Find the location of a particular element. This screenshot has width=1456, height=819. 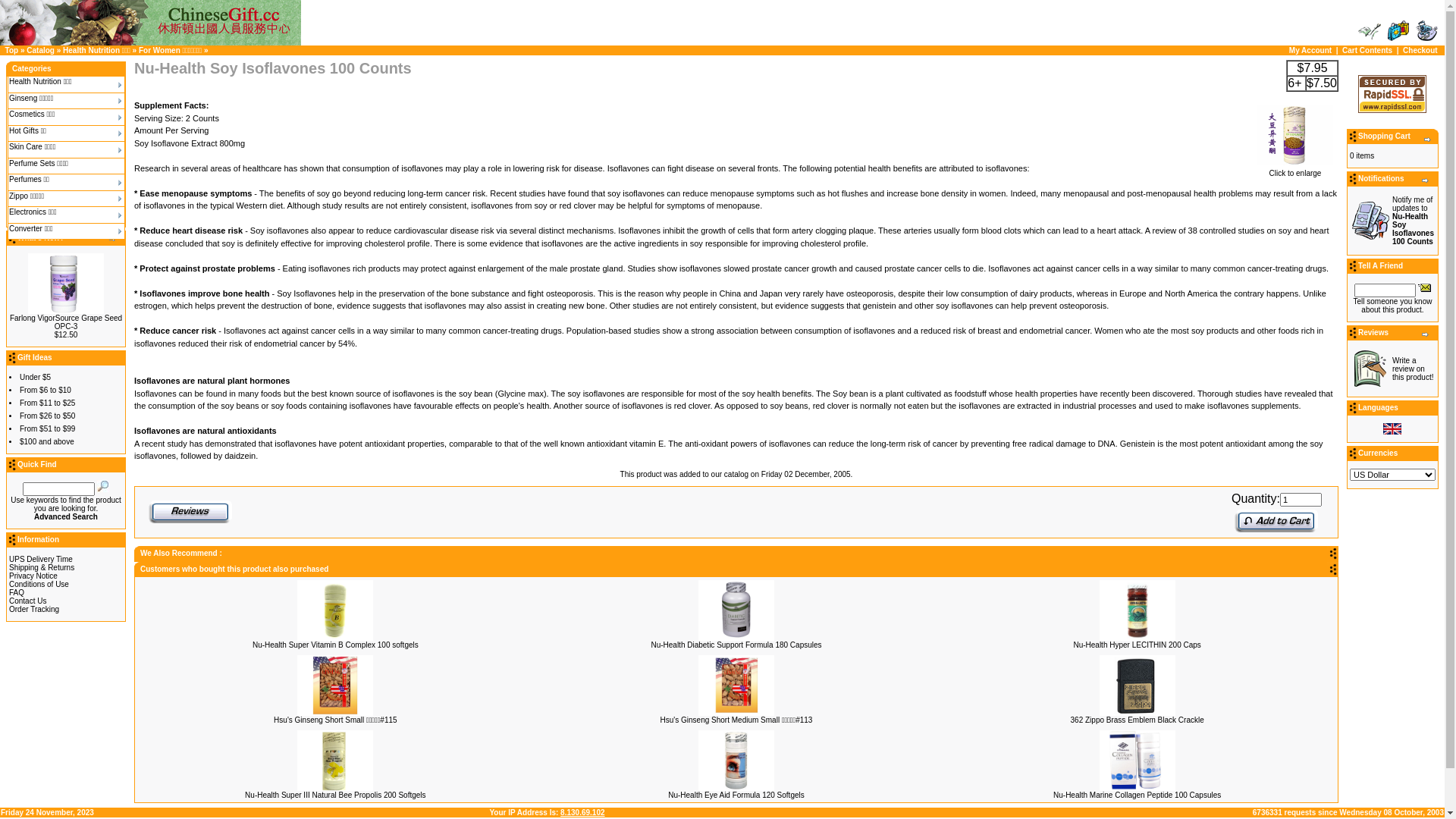

' Nu-Health Marine Collagen Peptide 100 Capsules ' is located at coordinates (1137, 760).